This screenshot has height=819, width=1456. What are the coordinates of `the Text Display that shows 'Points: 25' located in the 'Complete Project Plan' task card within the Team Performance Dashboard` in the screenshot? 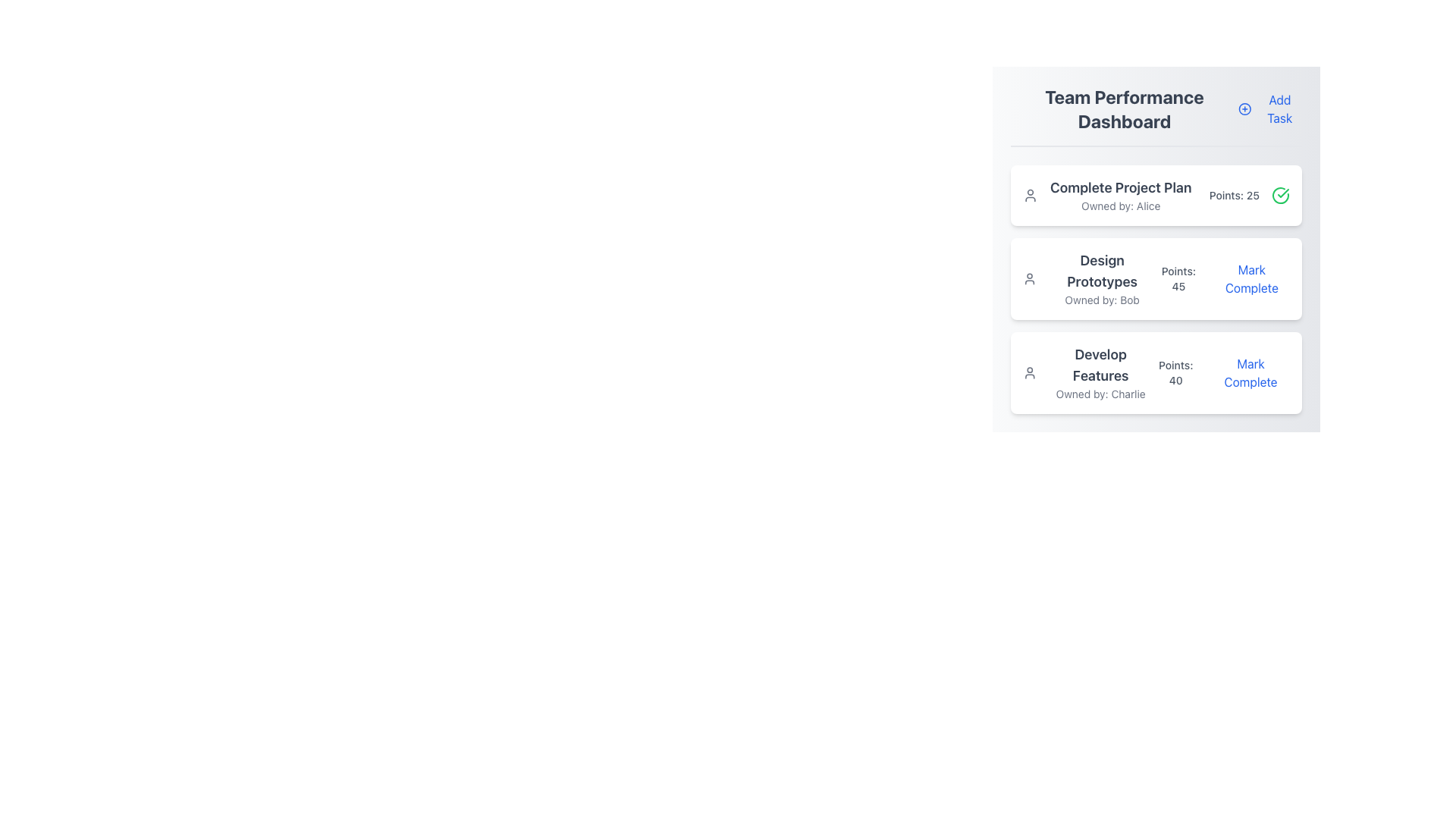 It's located at (1234, 195).